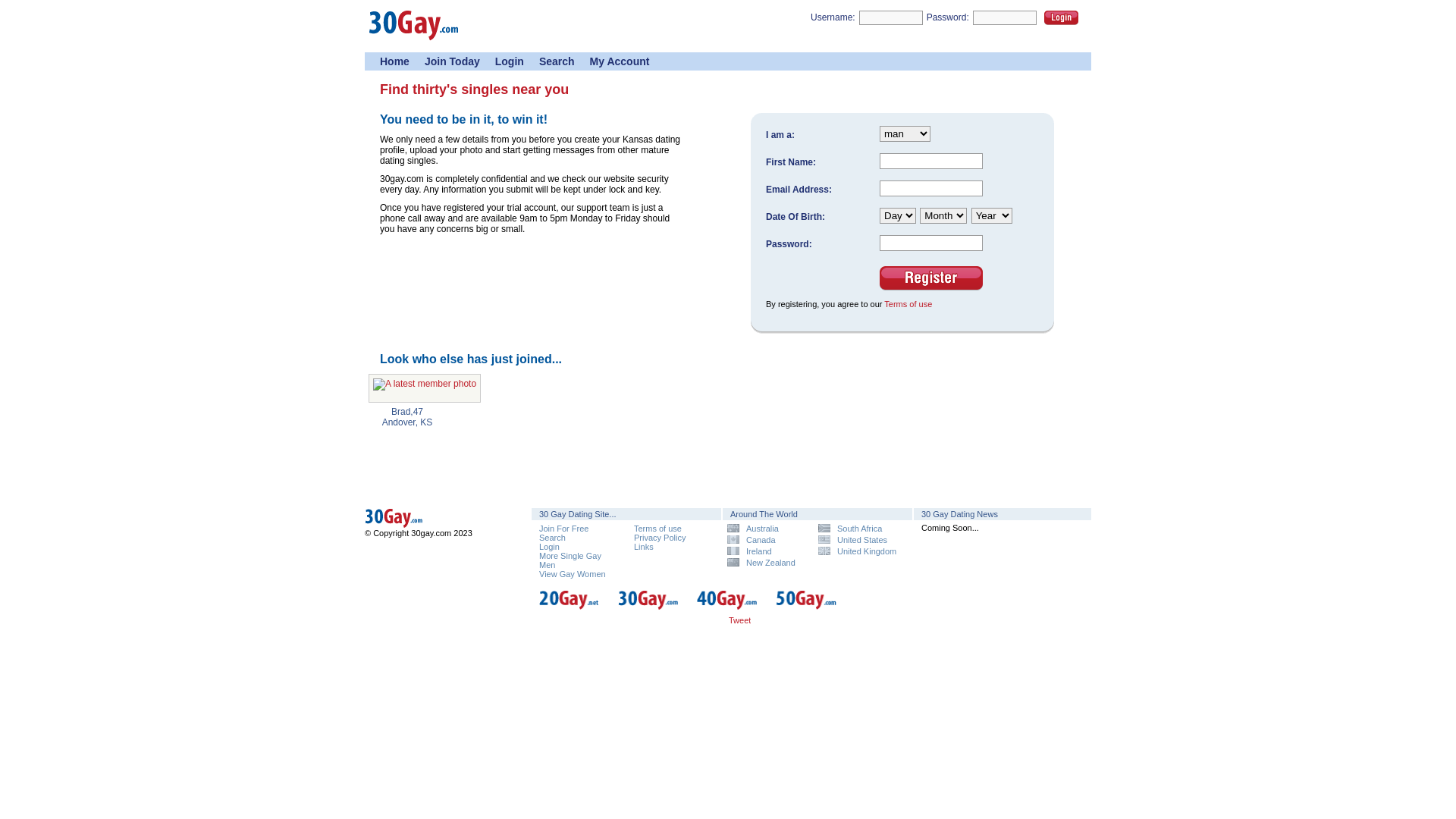 The width and height of the screenshot is (1456, 819). Describe the element at coordinates (858, 527) in the screenshot. I see `'South Africa'` at that location.